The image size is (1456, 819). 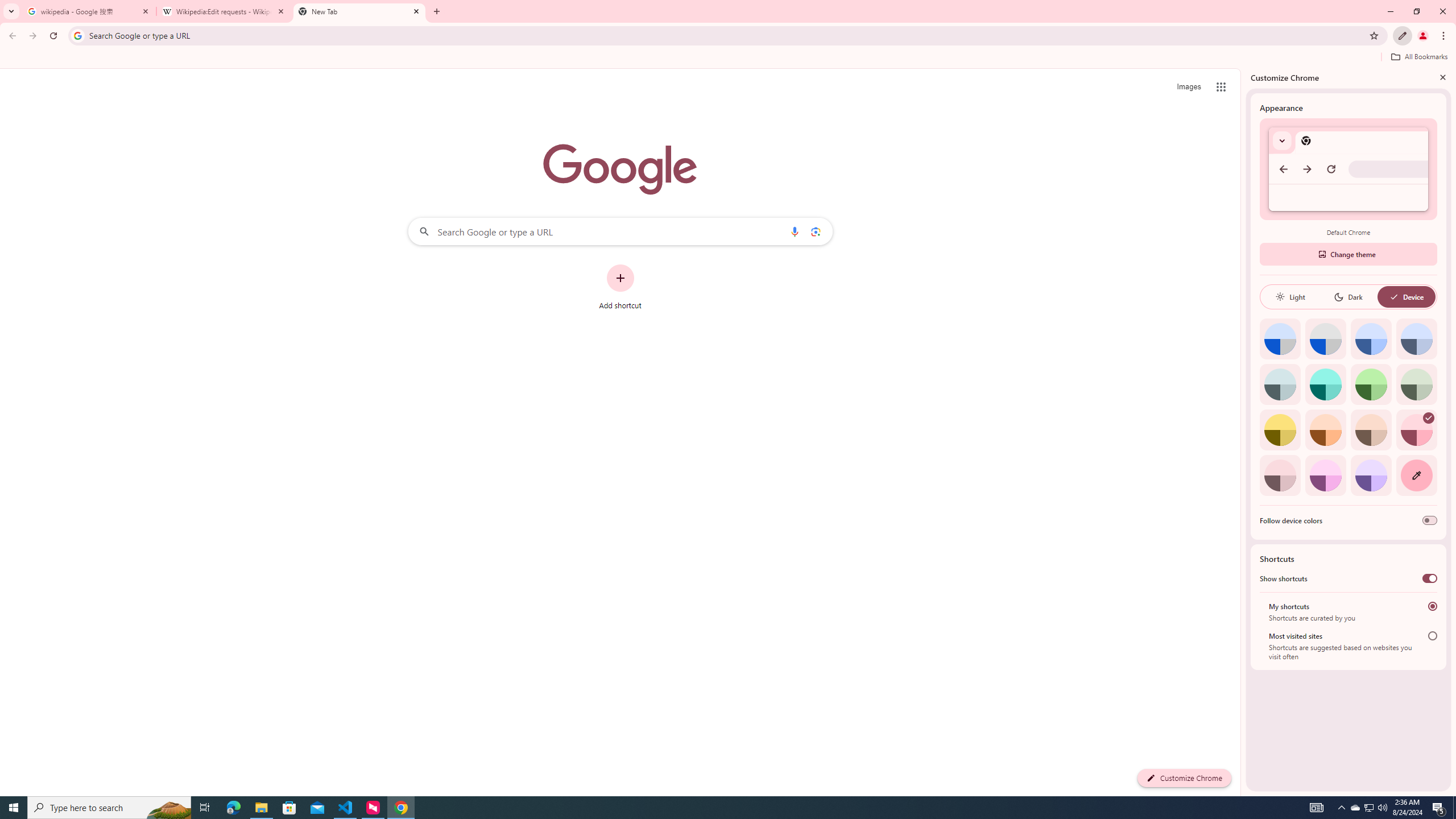 What do you see at coordinates (619, 287) in the screenshot?
I see `'Add shortcut'` at bounding box center [619, 287].